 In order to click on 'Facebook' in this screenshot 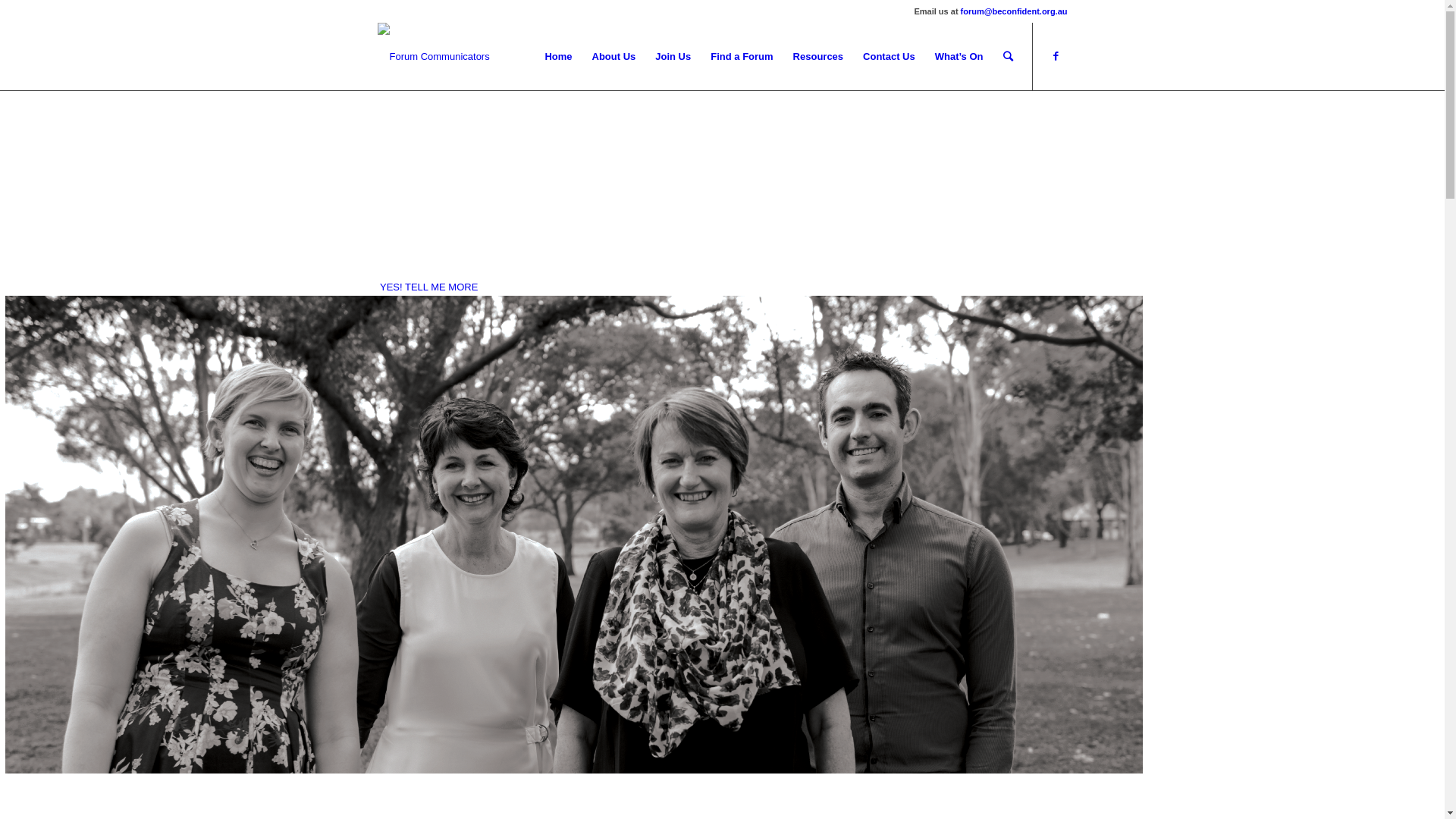, I will do `click(1055, 55)`.